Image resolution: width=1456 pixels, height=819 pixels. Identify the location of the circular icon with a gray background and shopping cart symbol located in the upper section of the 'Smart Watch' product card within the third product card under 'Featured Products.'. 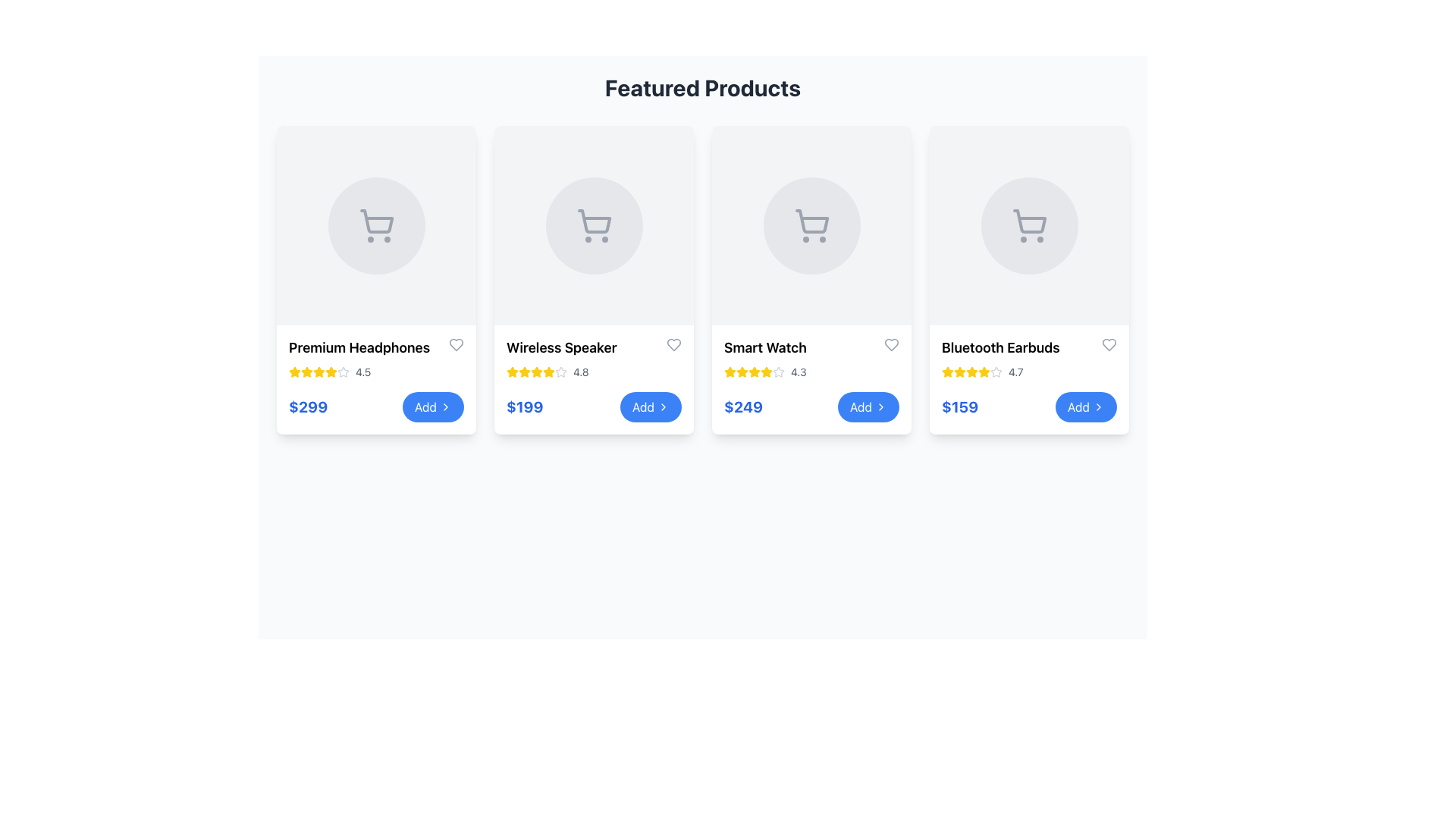
(811, 225).